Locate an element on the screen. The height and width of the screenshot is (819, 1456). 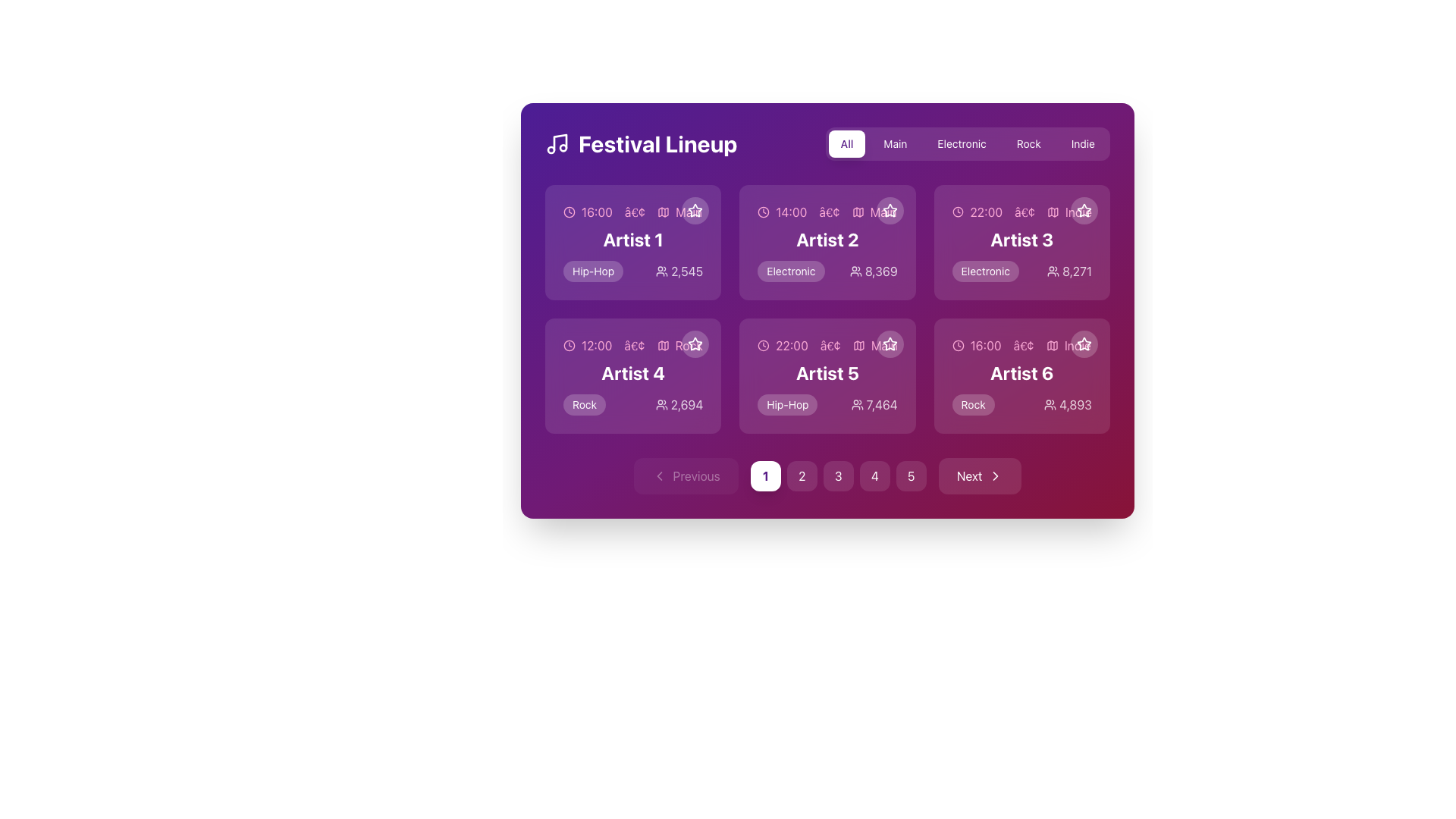
the map-related icon located in the card displaying 'Artist 2' in the second column of the top row is located at coordinates (858, 212).